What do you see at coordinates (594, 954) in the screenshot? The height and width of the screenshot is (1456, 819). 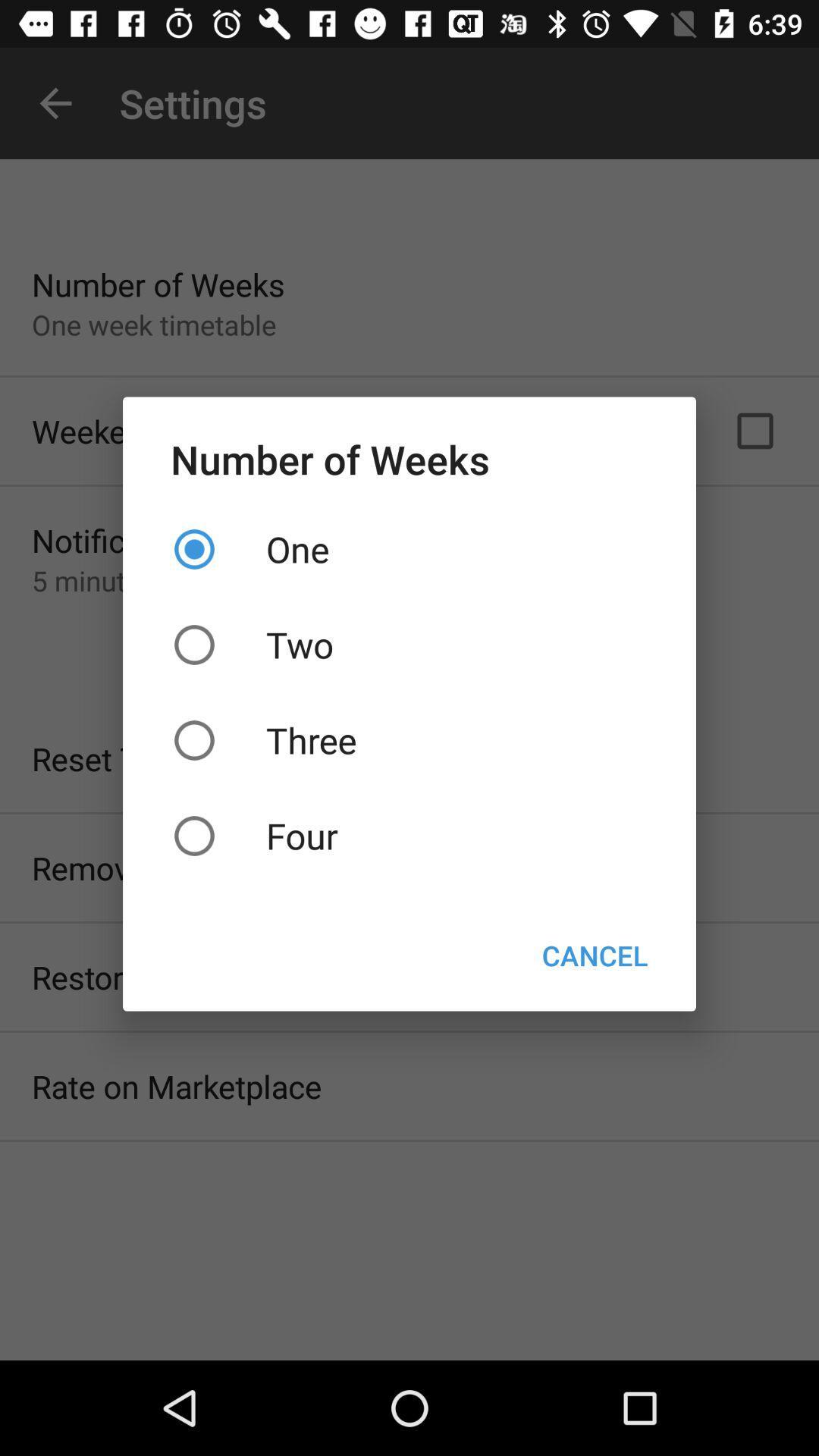 I see `button on the right` at bounding box center [594, 954].